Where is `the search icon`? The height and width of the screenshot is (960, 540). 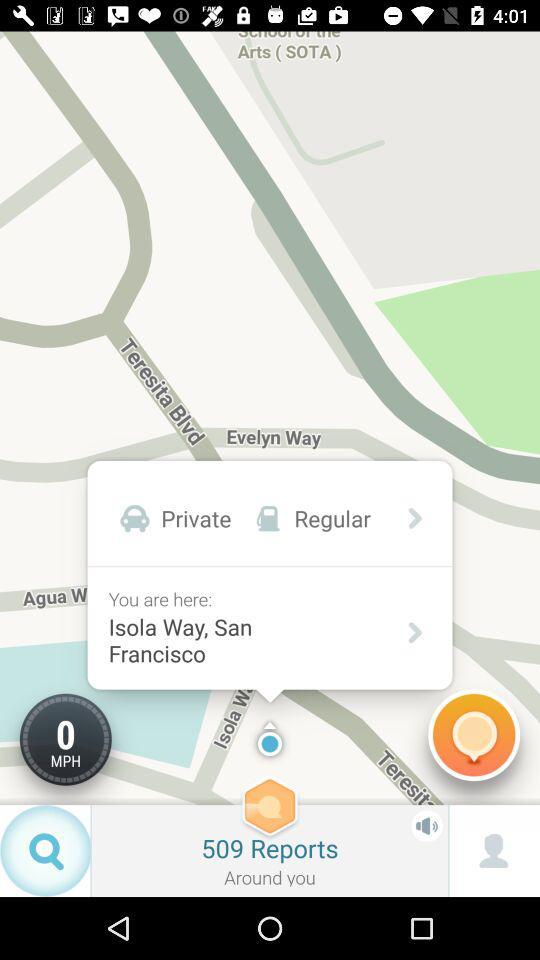 the search icon is located at coordinates (52, 848).